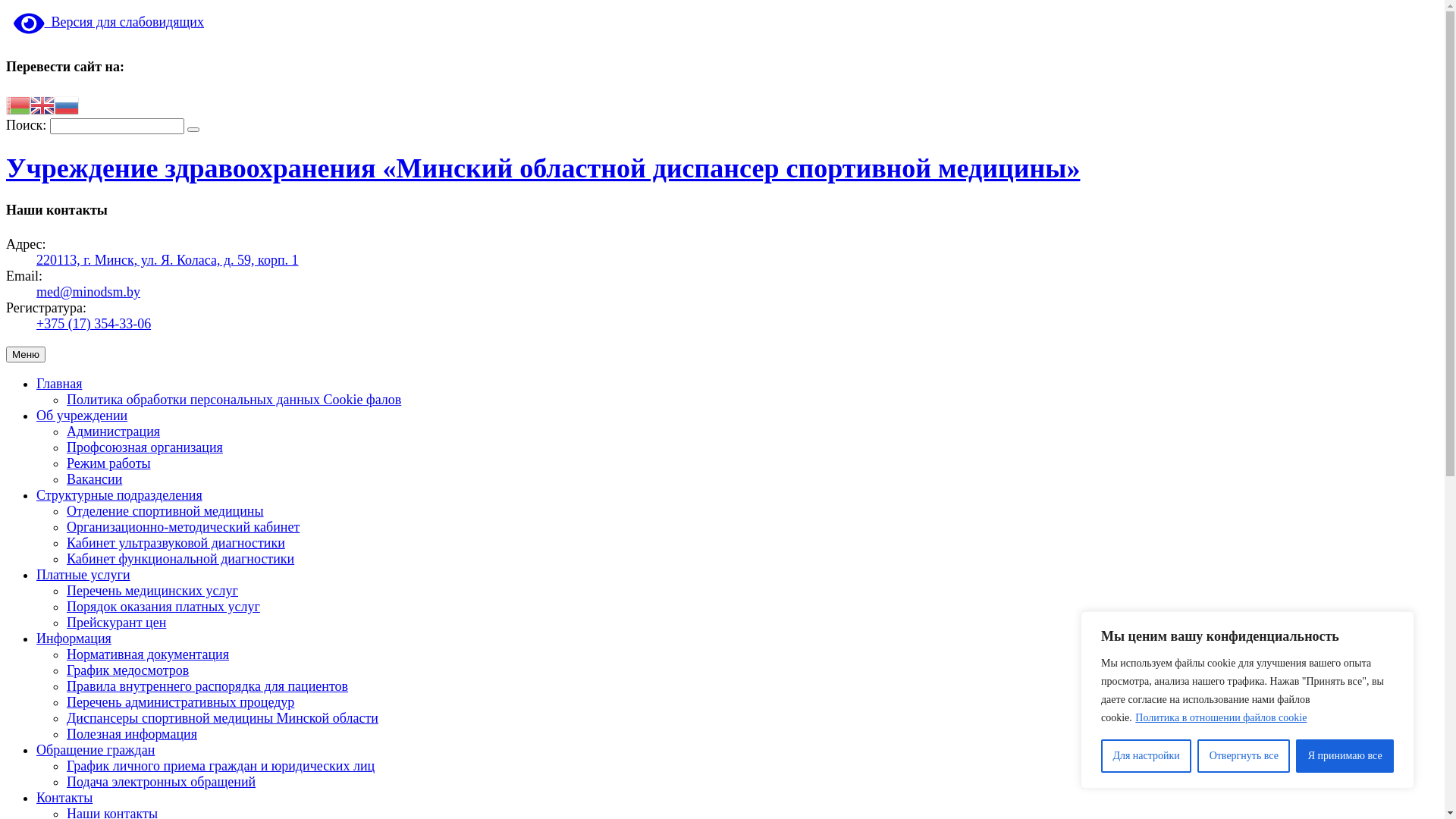 The image size is (1456, 819). What do you see at coordinates (42, 103) in the screenshot?
I see `'English'` at bounding box center [42, 103].